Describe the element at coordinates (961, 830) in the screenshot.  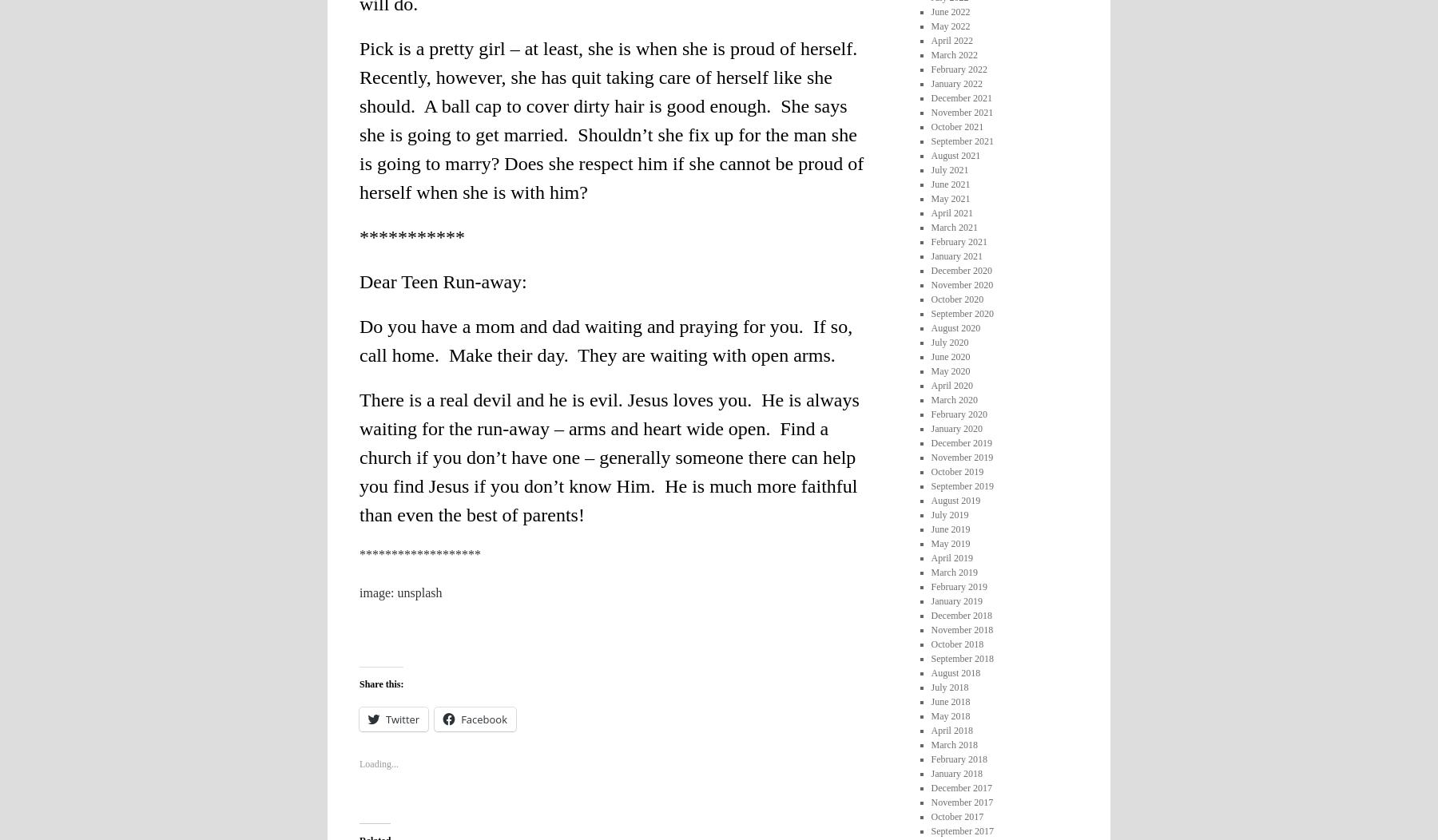
I see `'September 2017'` at that location.